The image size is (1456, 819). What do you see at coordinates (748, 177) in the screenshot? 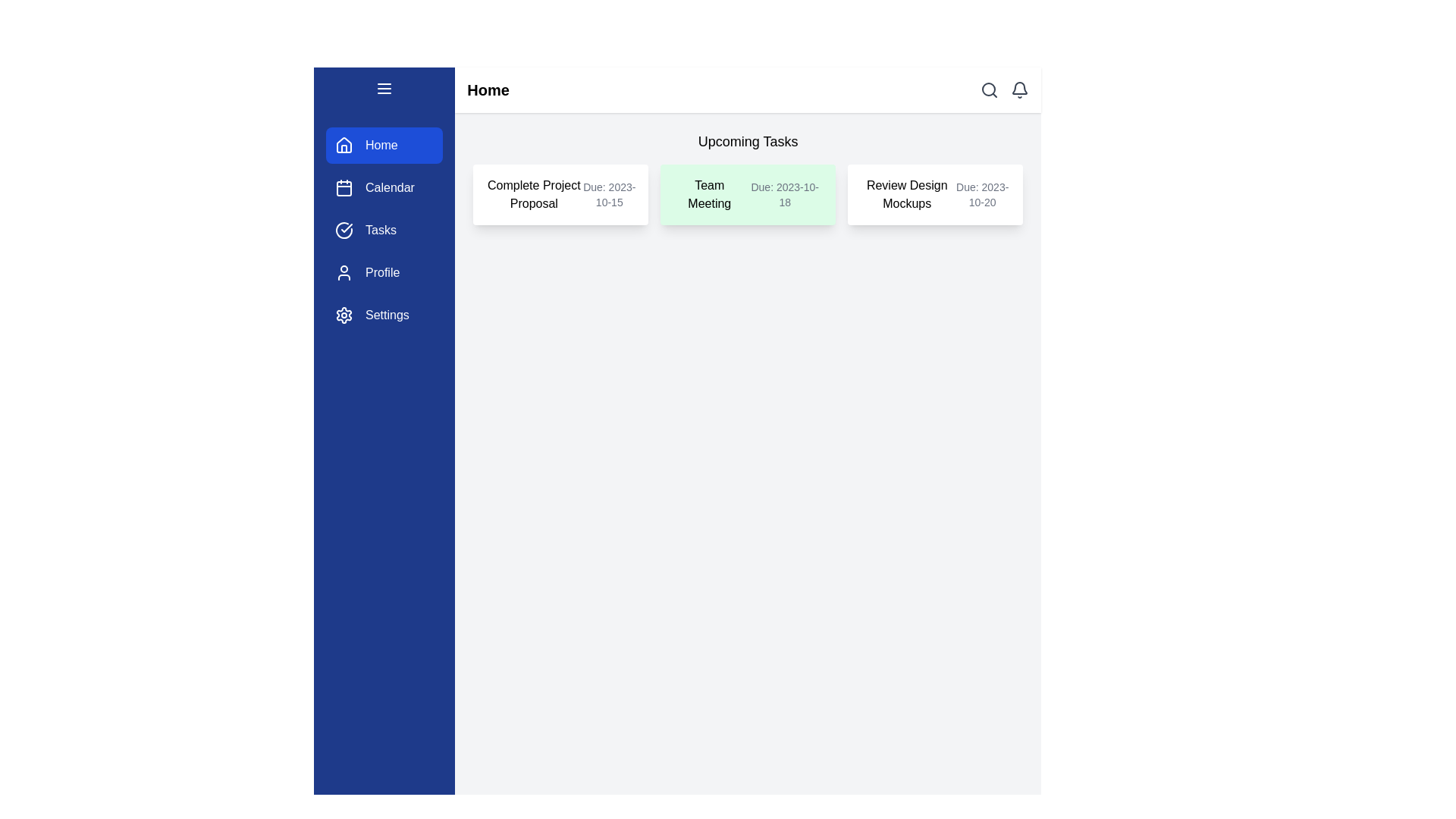
I see `the Information display card that contains the text 'Team Meeting' and 'Due: 2023-10-18', which is the second box in the row under the 'Upcoming Tasks' header` at bounding box center [748, 177].